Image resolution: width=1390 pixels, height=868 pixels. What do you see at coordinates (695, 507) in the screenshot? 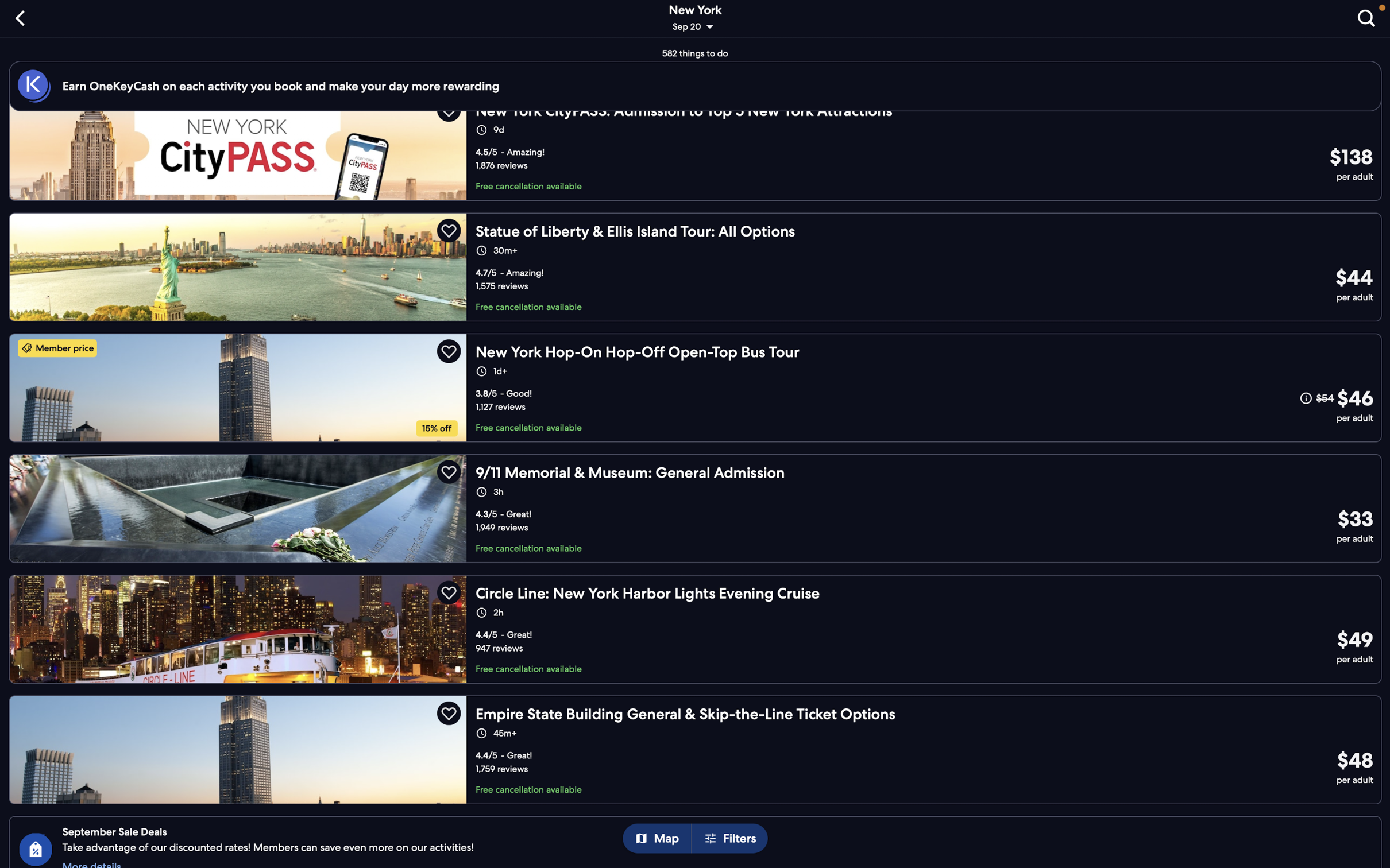
I see `the "memorial tour" option to add it to the itinerary` at bounding box center [695, 507].